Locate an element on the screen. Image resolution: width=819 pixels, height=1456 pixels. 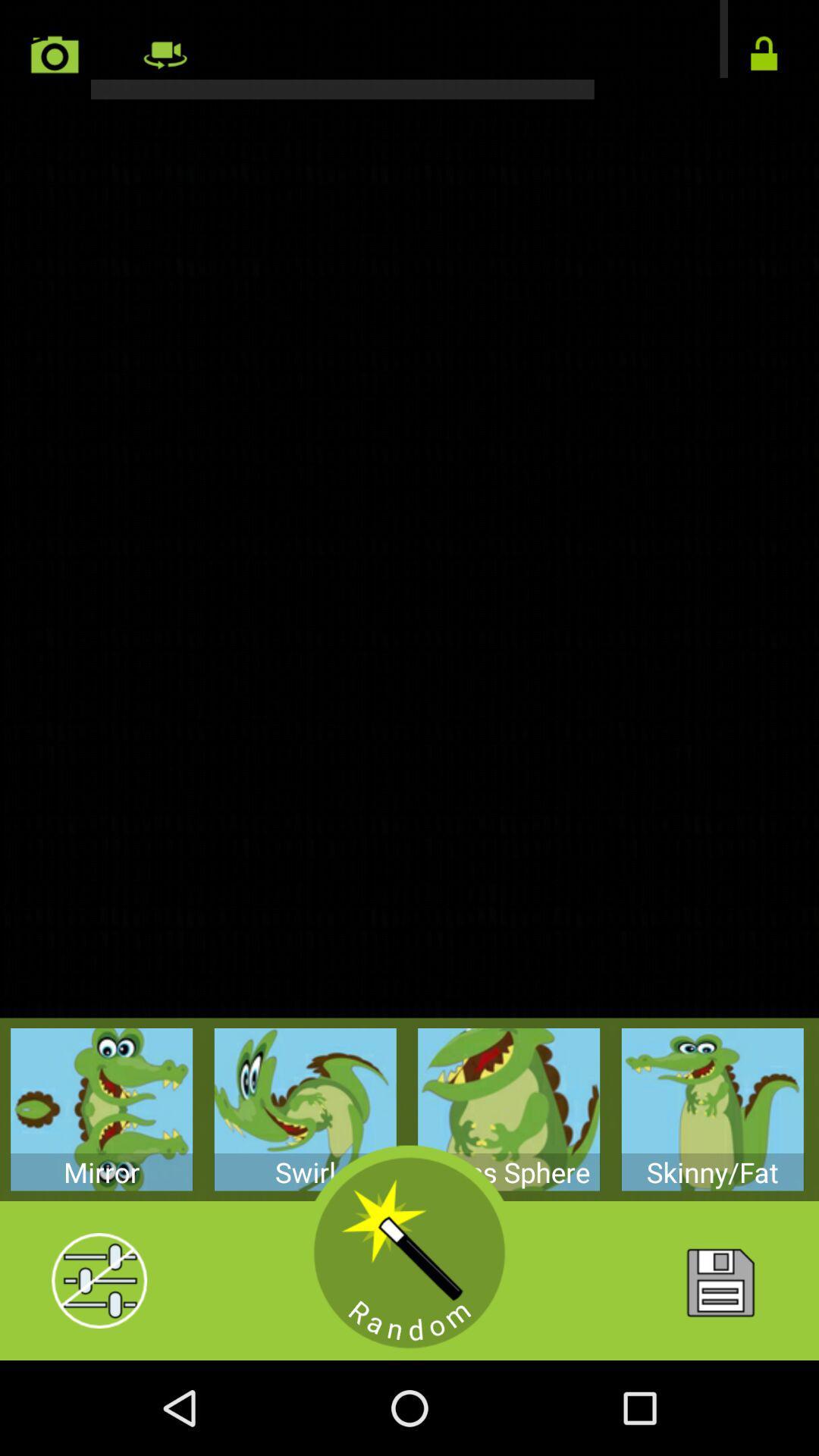
the photo icon is located at coordinates (54, 58).